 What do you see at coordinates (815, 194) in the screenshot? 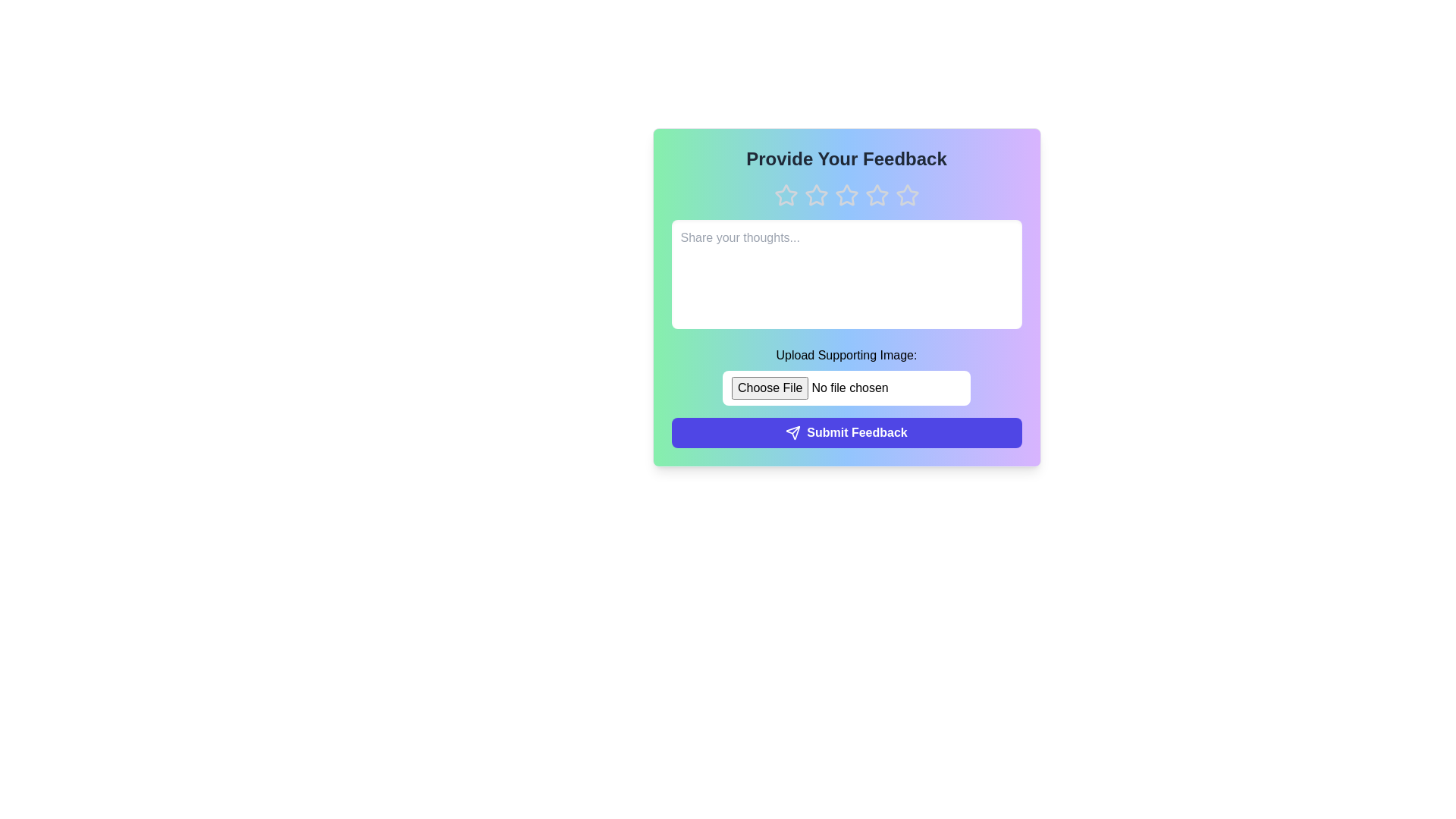
I see `the second star icon in the rating section of the user feedback form` at bounding box center [815, 194].